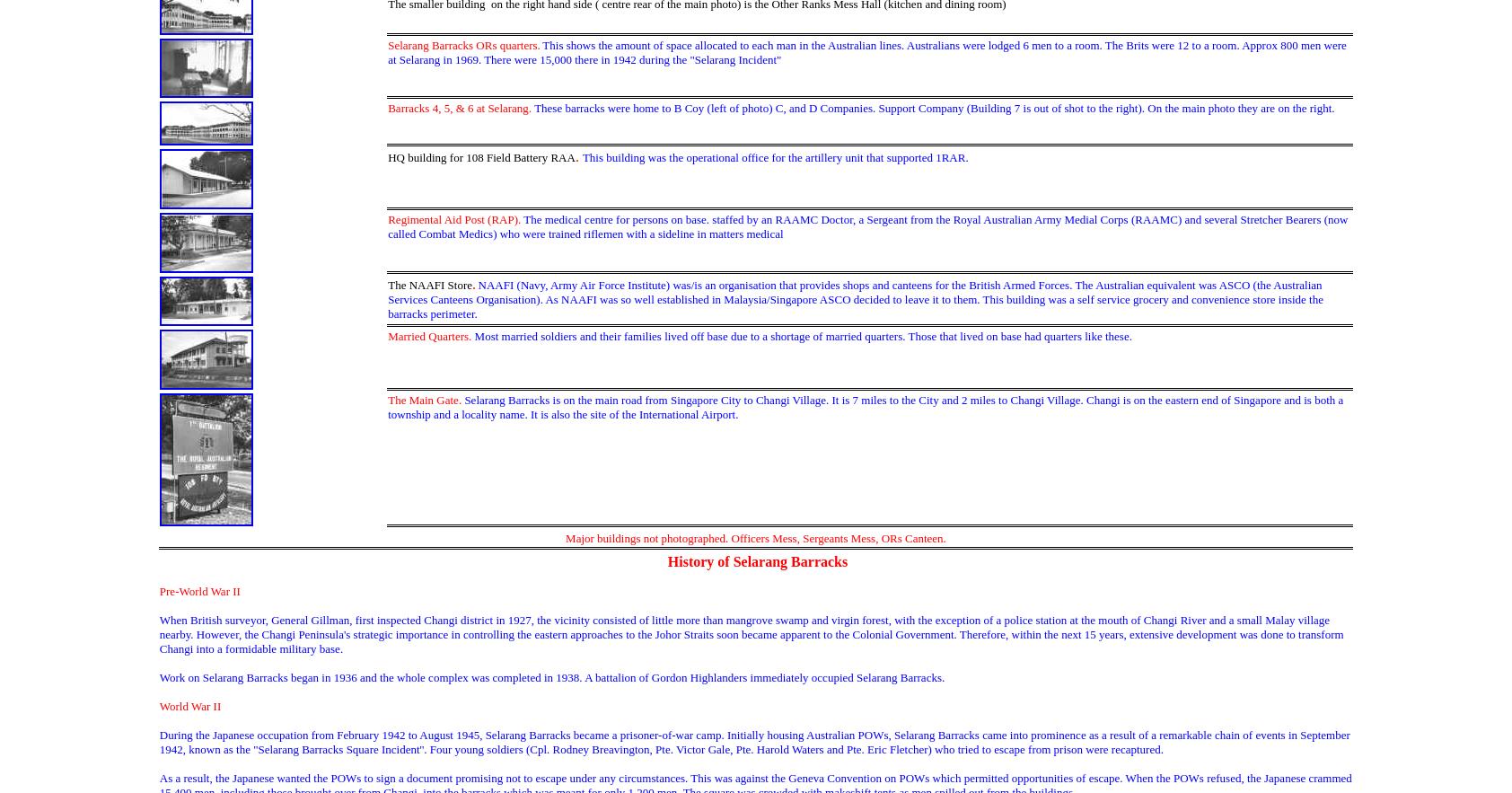 This screenshot has width=1512, height=793. I want to click on 'When British surveyor, General Gillman, first inspected Changi district
        in 1927, the vicinity consisted of little more than mangrove swamp and
        virgin forest, with the exception of a police station at the mouth of
        Changi River and a small Malay village nearby. However, the Changi
        Peninsula's strategic importance in controlling the eastern approaches
        to the Johor Straits soon became apparent to the Colonial Government.
        Therefore, within the next 15 years, extensive development was done to
        transform Changi into a formidable military base.', so click(751, 634).